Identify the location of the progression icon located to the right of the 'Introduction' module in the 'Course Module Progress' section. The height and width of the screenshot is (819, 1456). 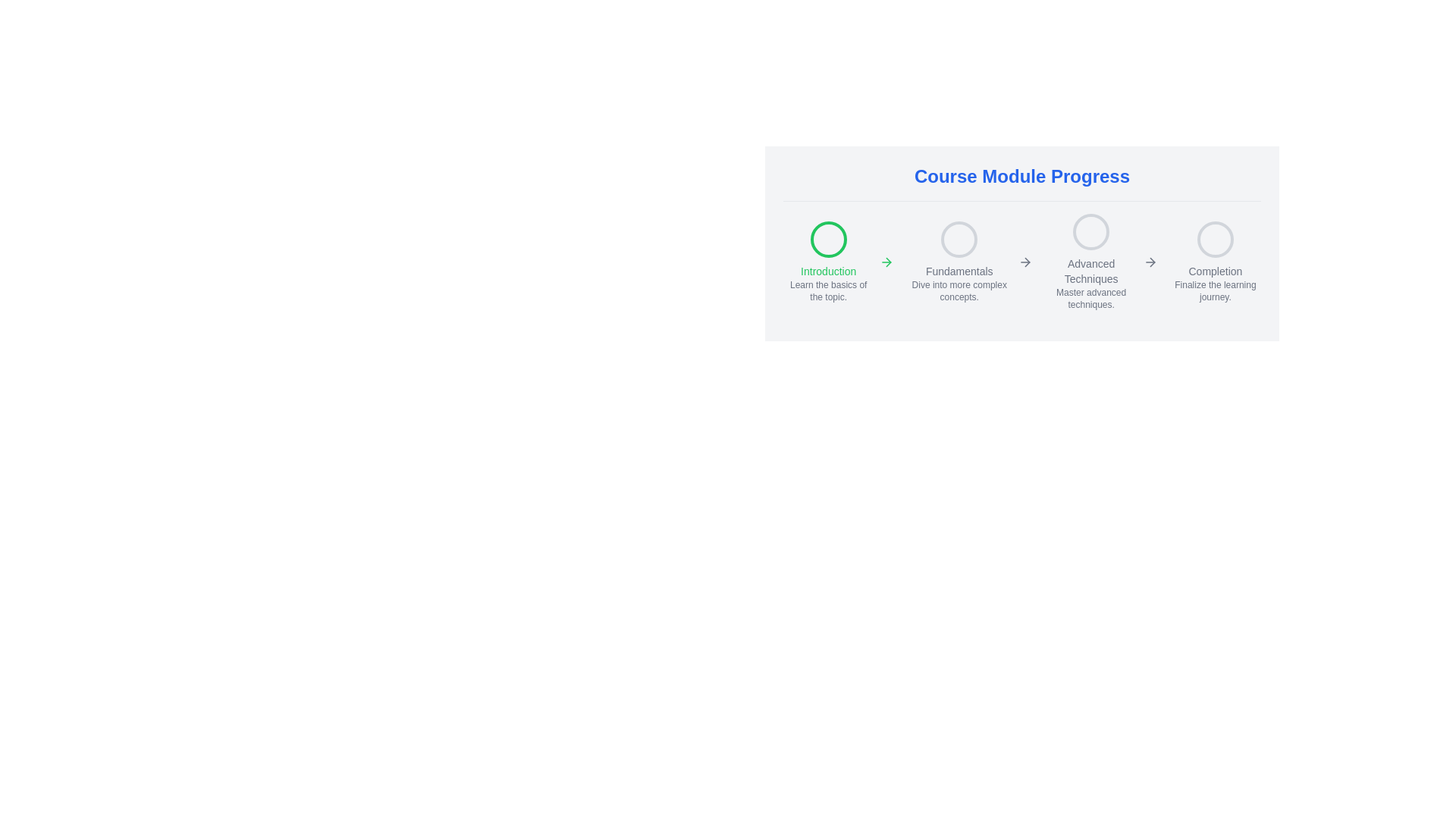
(889, 262).